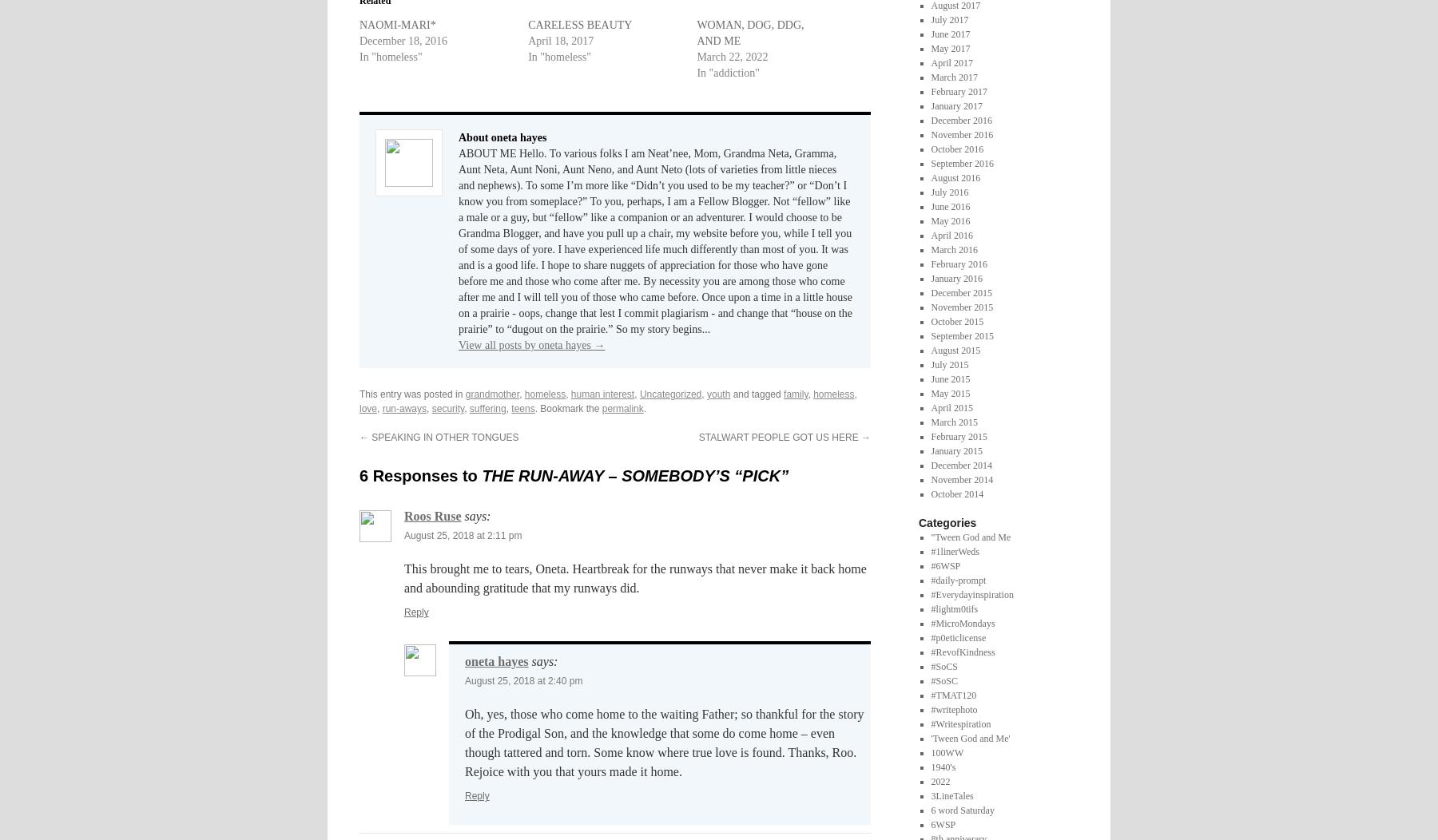  What do you see at coordinates (951, 61) in the screenshot?
I see `'April 2017'` at bounding box center [951, 61].